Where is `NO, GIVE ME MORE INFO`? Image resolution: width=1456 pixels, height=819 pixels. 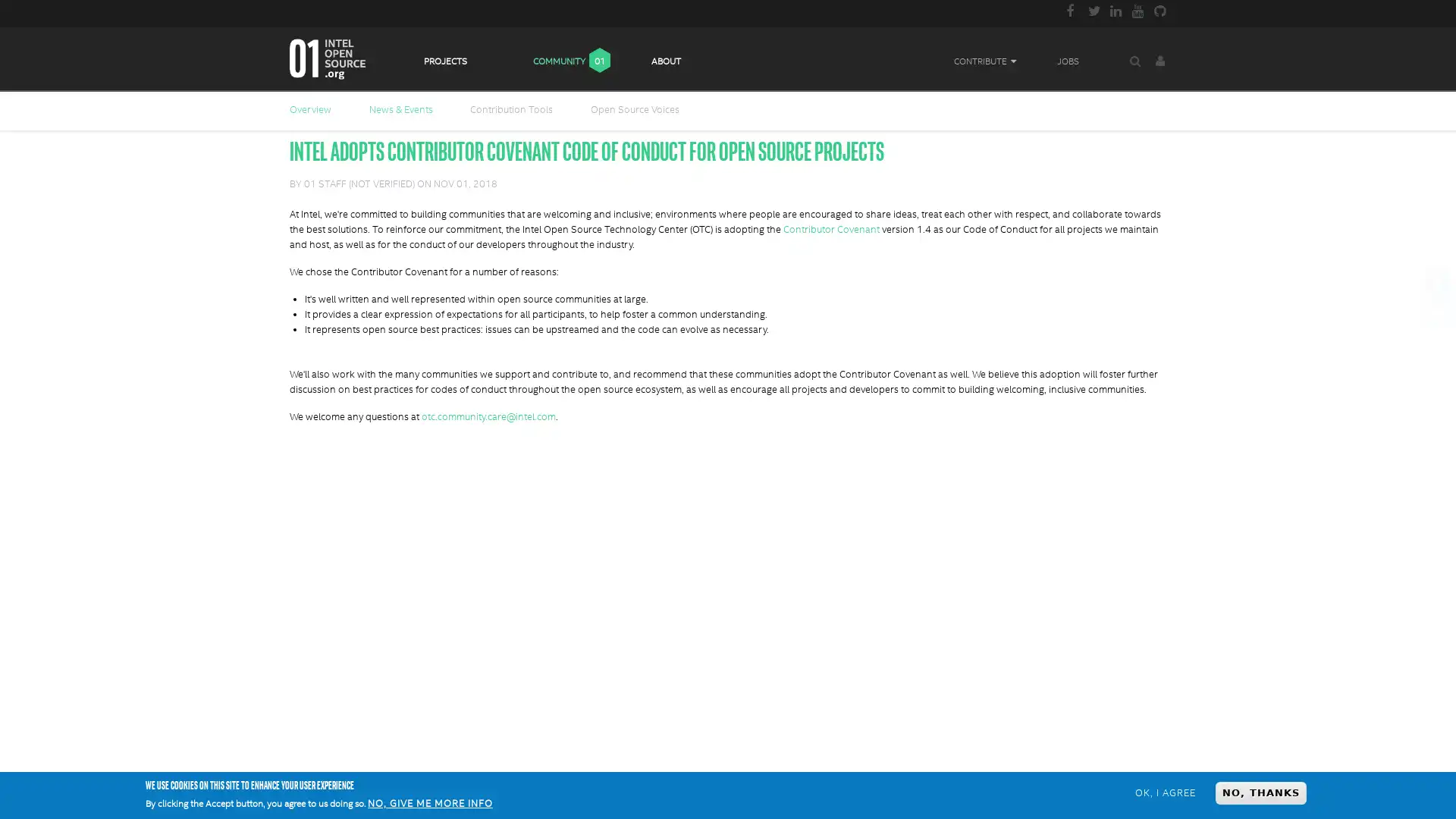 NO, GIVE ME MORE INFO is located at coordinates (429, 803).